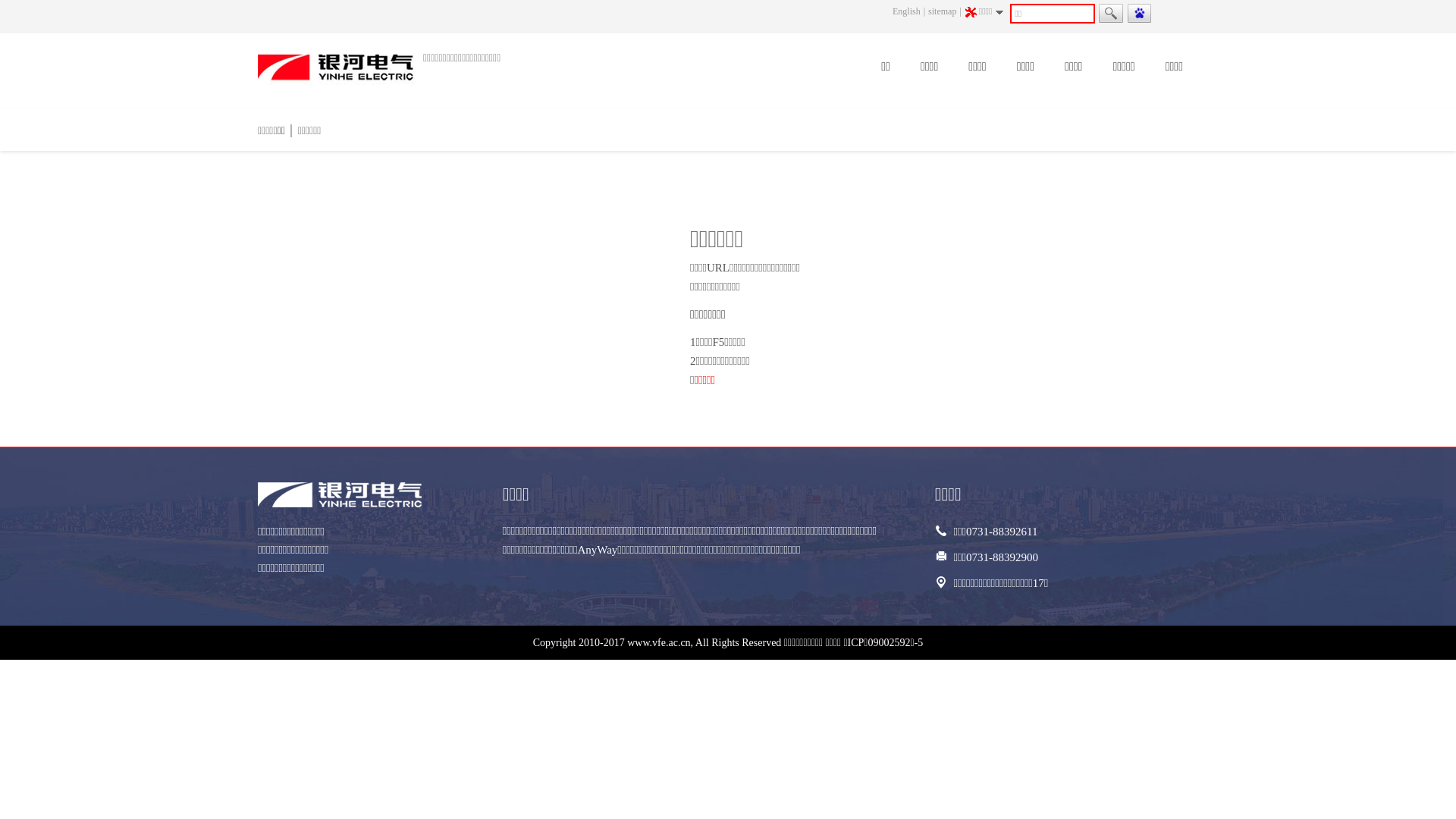  Describe the element at coordinates (906, 11) in the screenshot. I see `'English'` at that location.